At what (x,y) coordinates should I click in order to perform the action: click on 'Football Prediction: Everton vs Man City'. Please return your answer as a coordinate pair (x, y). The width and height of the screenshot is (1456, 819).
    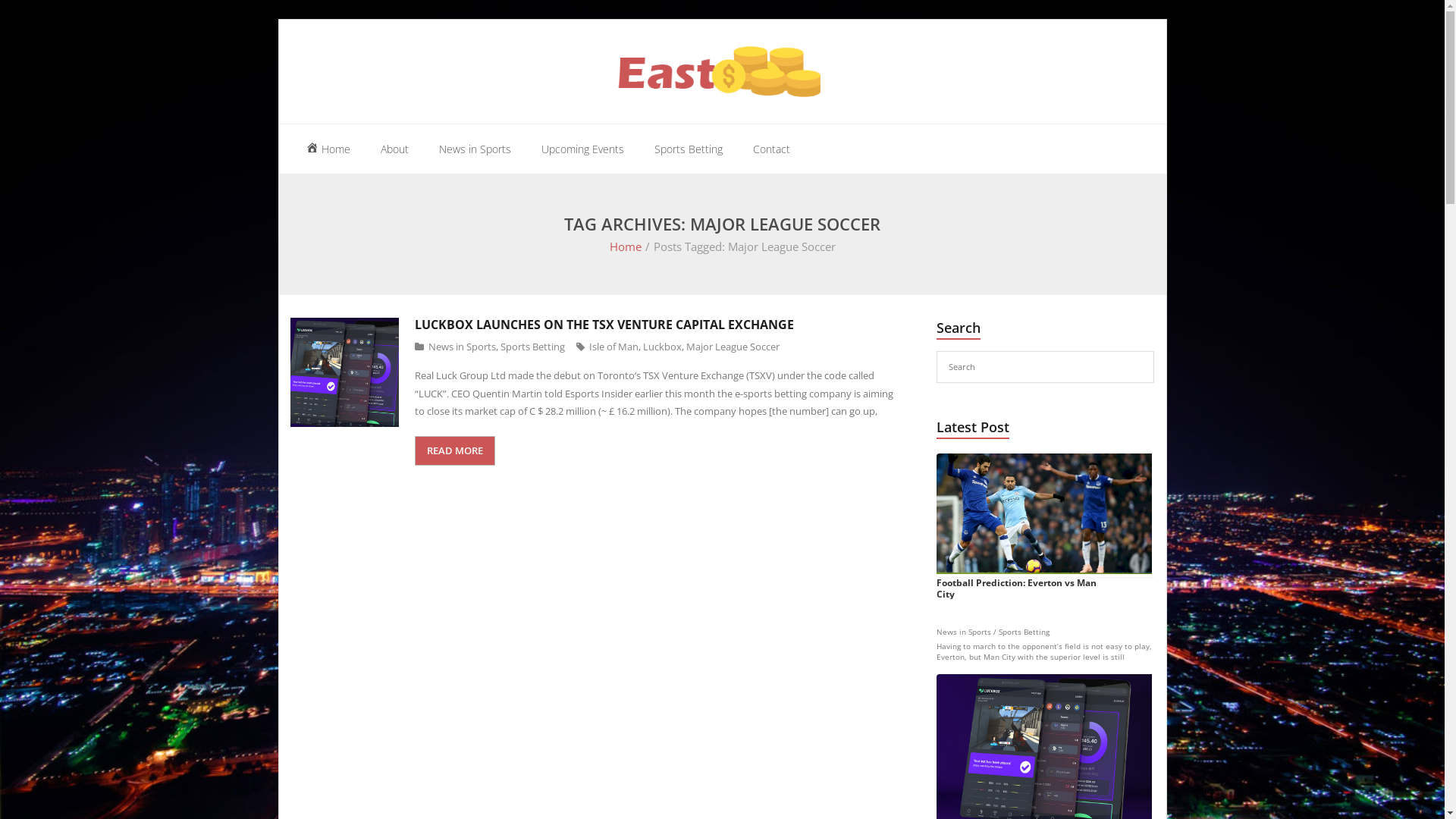
    Looking at the image, I should click on (935, 526).